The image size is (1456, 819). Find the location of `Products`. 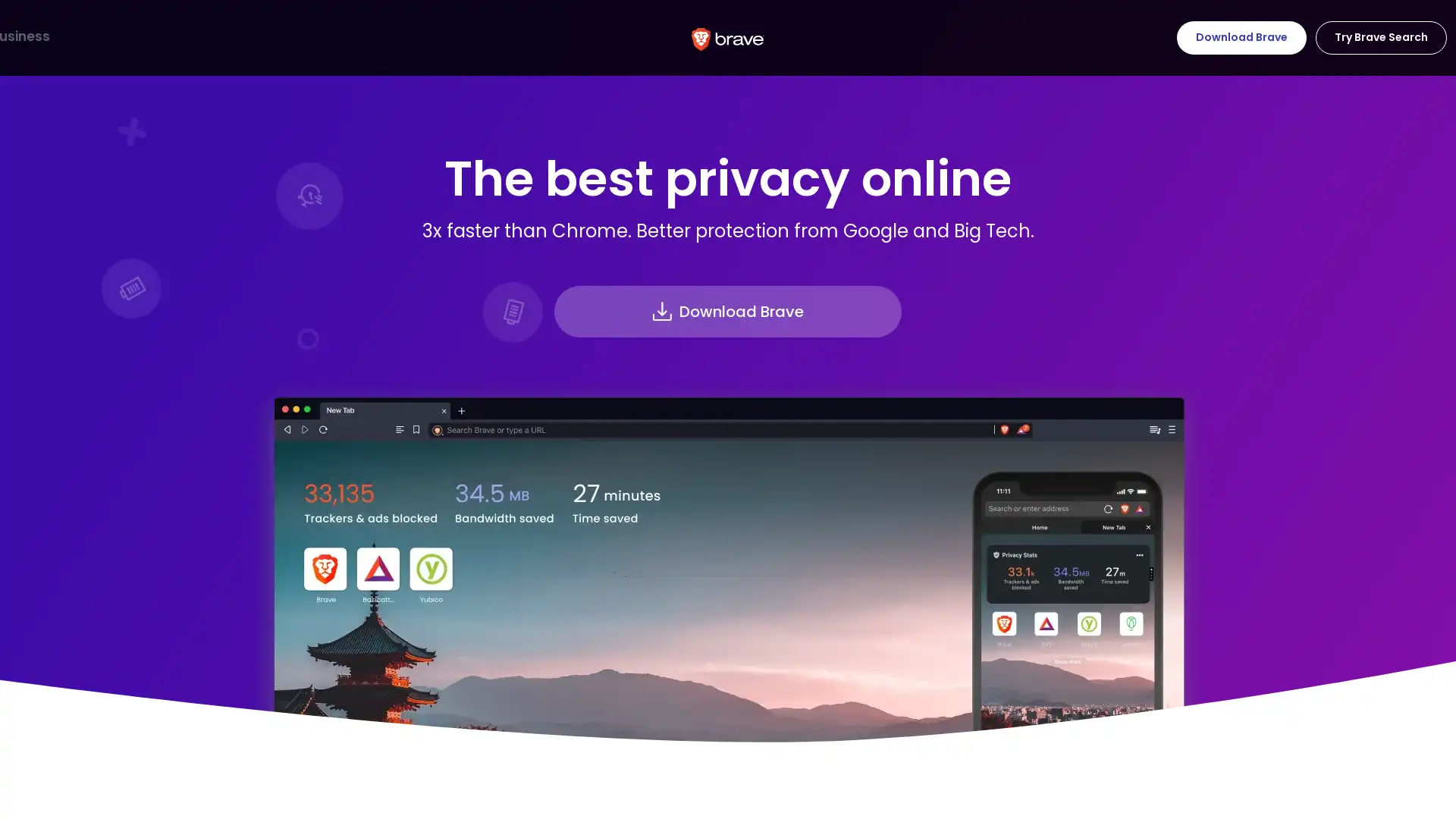

Products is located at coordinates (121, 36).